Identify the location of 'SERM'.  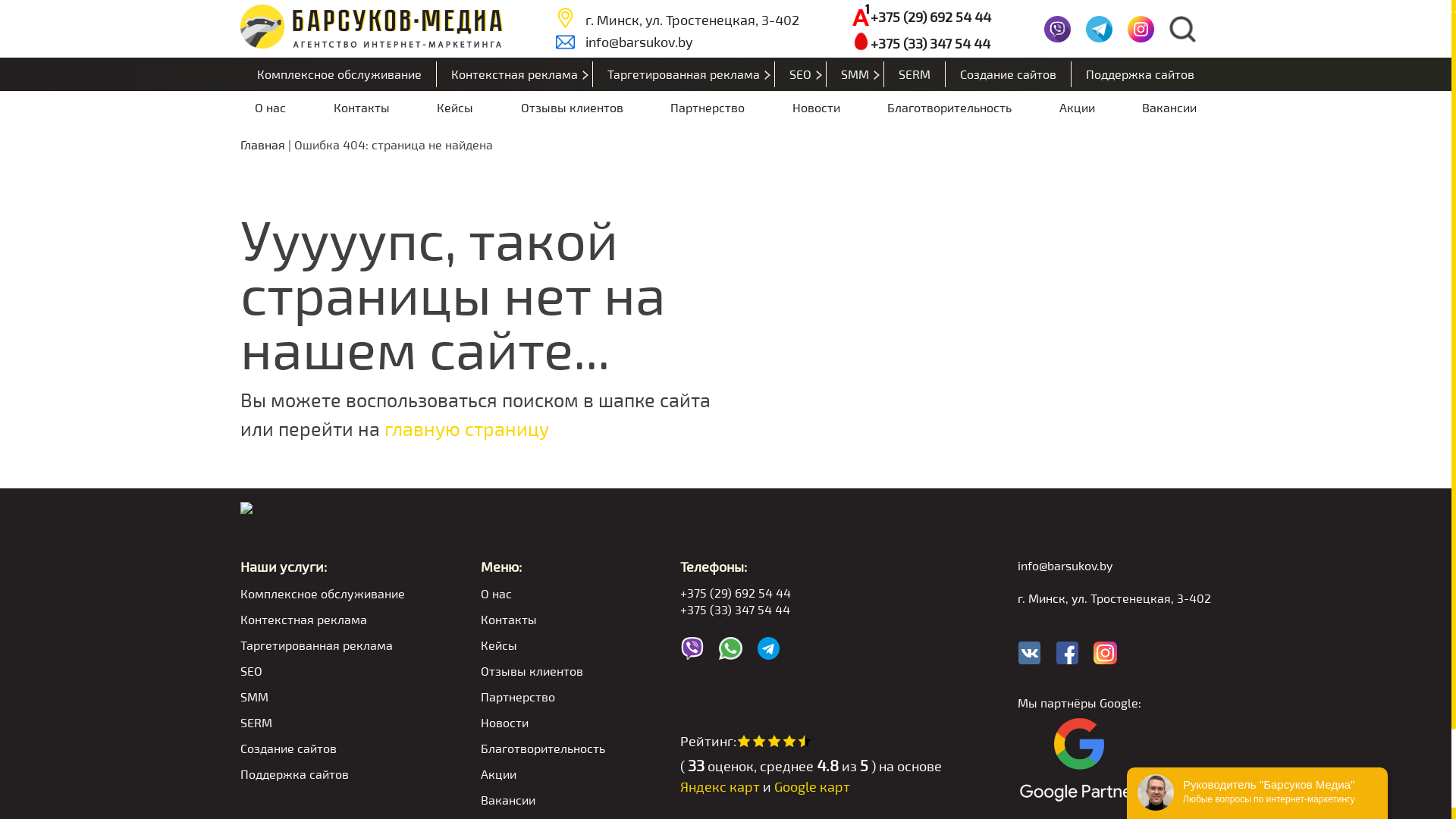
(914, 74).